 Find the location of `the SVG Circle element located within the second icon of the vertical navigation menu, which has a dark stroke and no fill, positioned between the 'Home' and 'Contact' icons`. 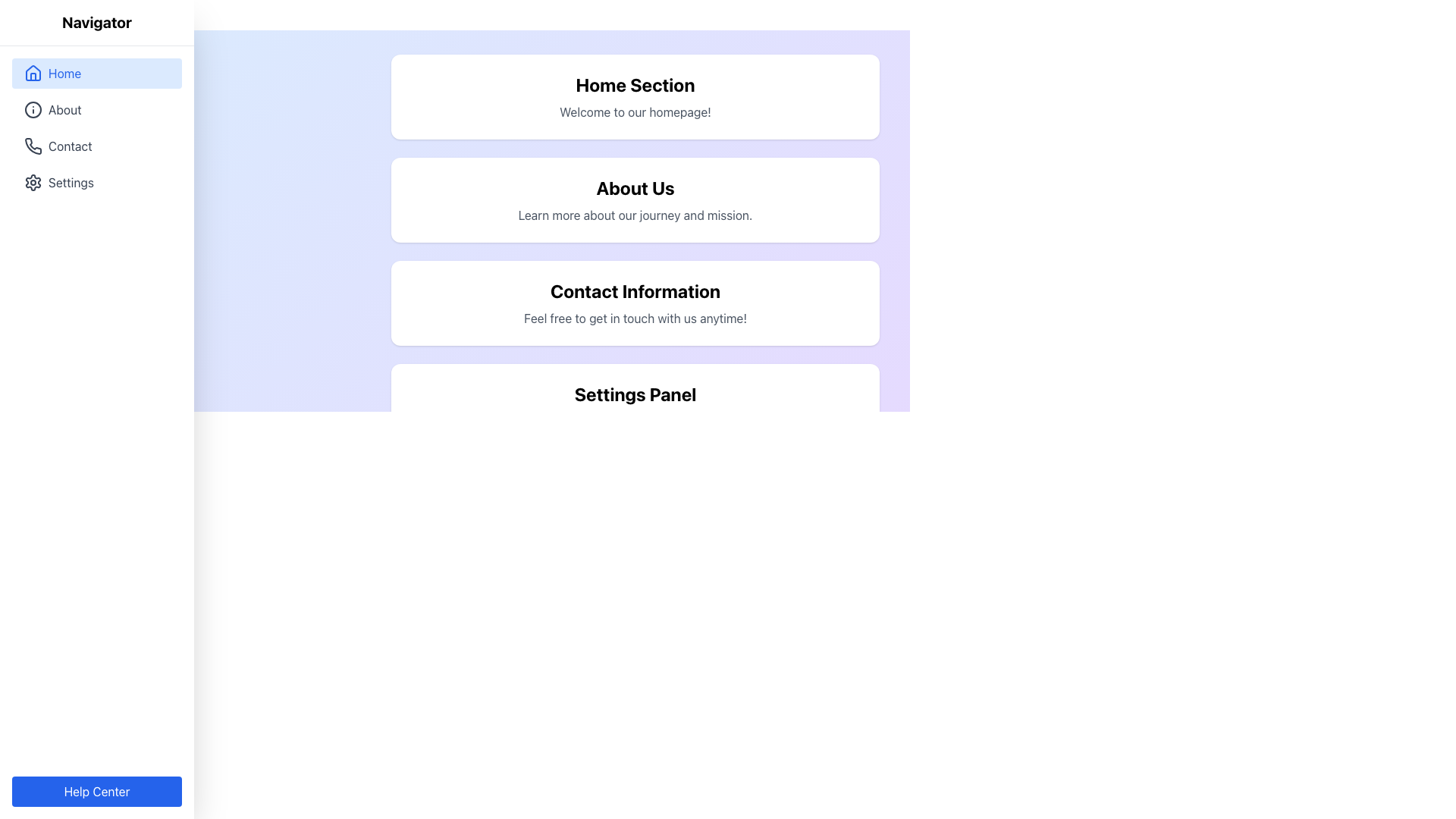

the SVG Circle element located within the second icon of the vertical navigation menu, which has a dark stroke and no fill, positioned between the 'Home' and 'Contact' icons is located at coordinates (33, 109).